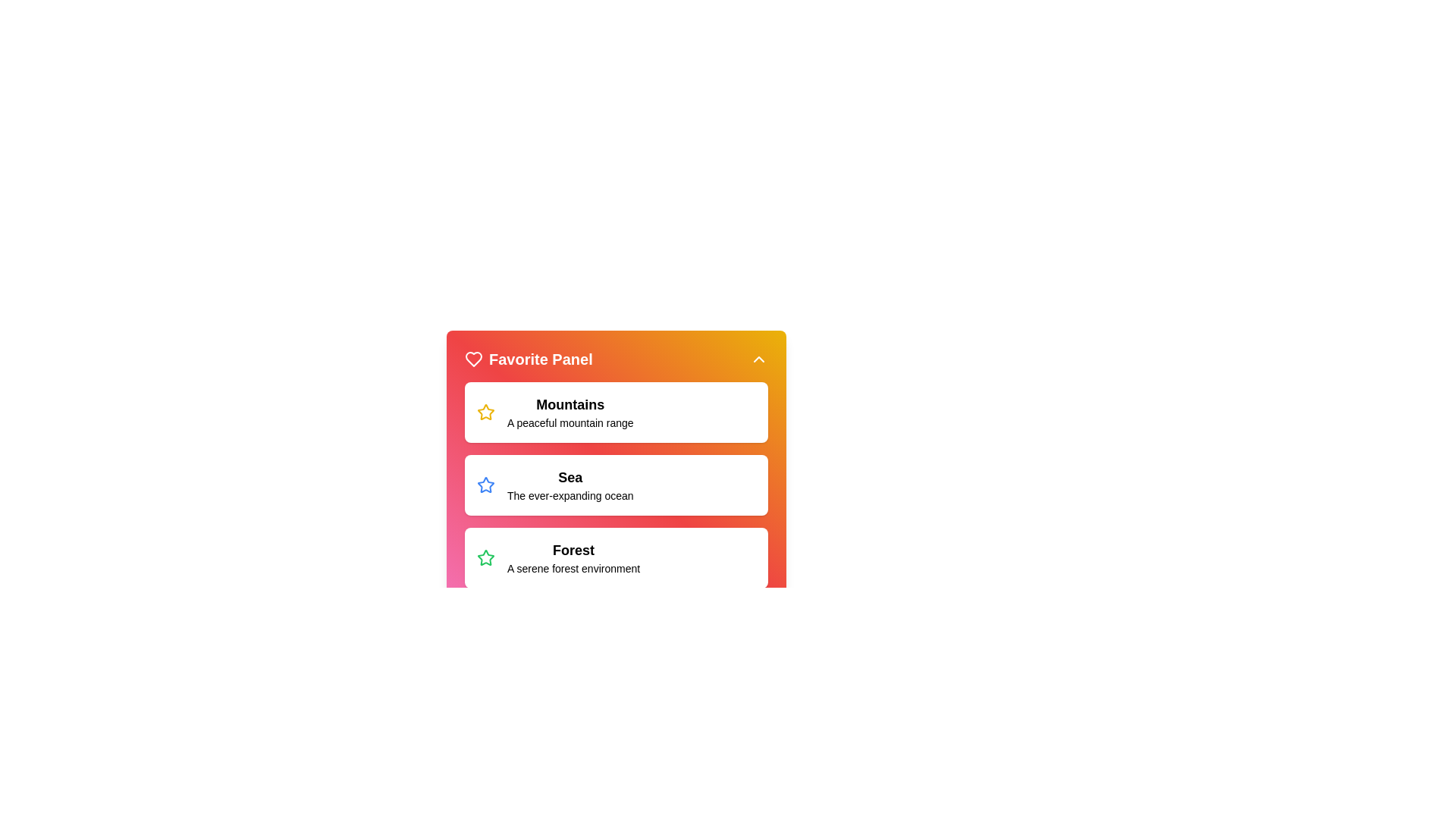 This screenshot has width=1456, height=819. I want to click on the text label that reads 'A serene forest environment', which is located below the title 'Forest' in the Favorite Panel, so click(573, 568).